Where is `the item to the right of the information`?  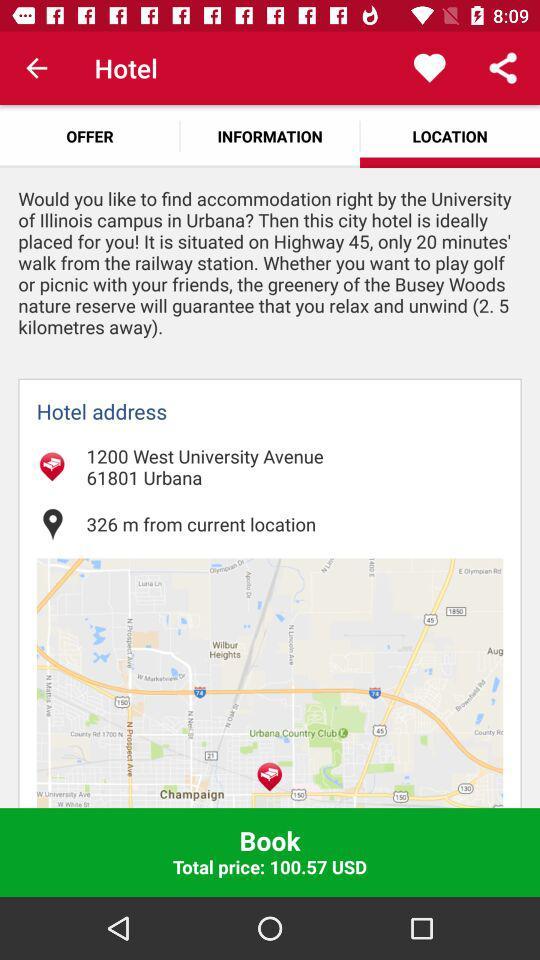
the item to the right of the information is located at coordinates (428, 68).